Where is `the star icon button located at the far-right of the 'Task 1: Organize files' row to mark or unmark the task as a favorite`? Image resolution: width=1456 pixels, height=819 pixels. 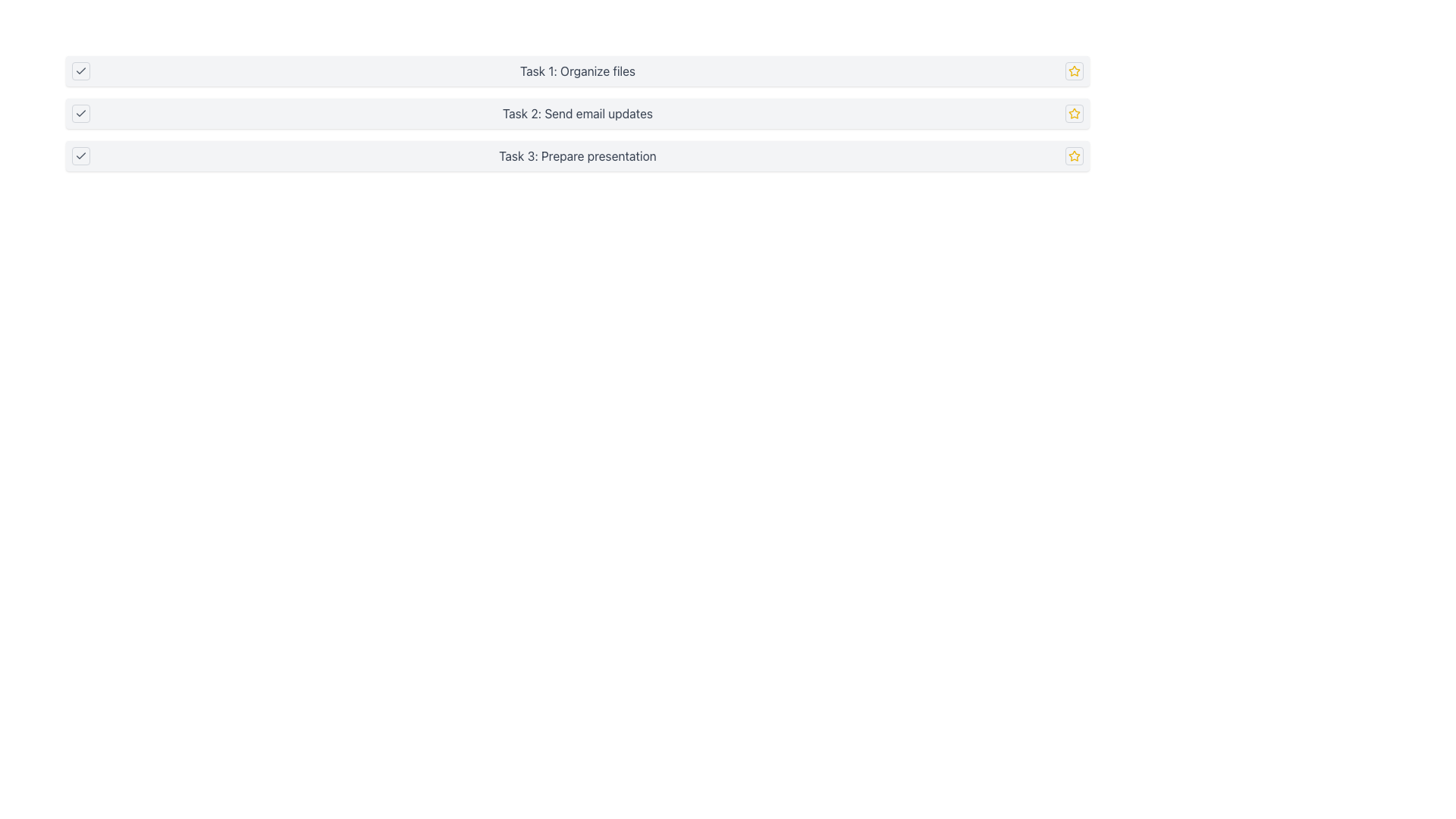
the star icon button located at the far-right of the 'Task 1: Organize files' row to mark or unmark the task as a favorite is located at coordinates (1073, 71).